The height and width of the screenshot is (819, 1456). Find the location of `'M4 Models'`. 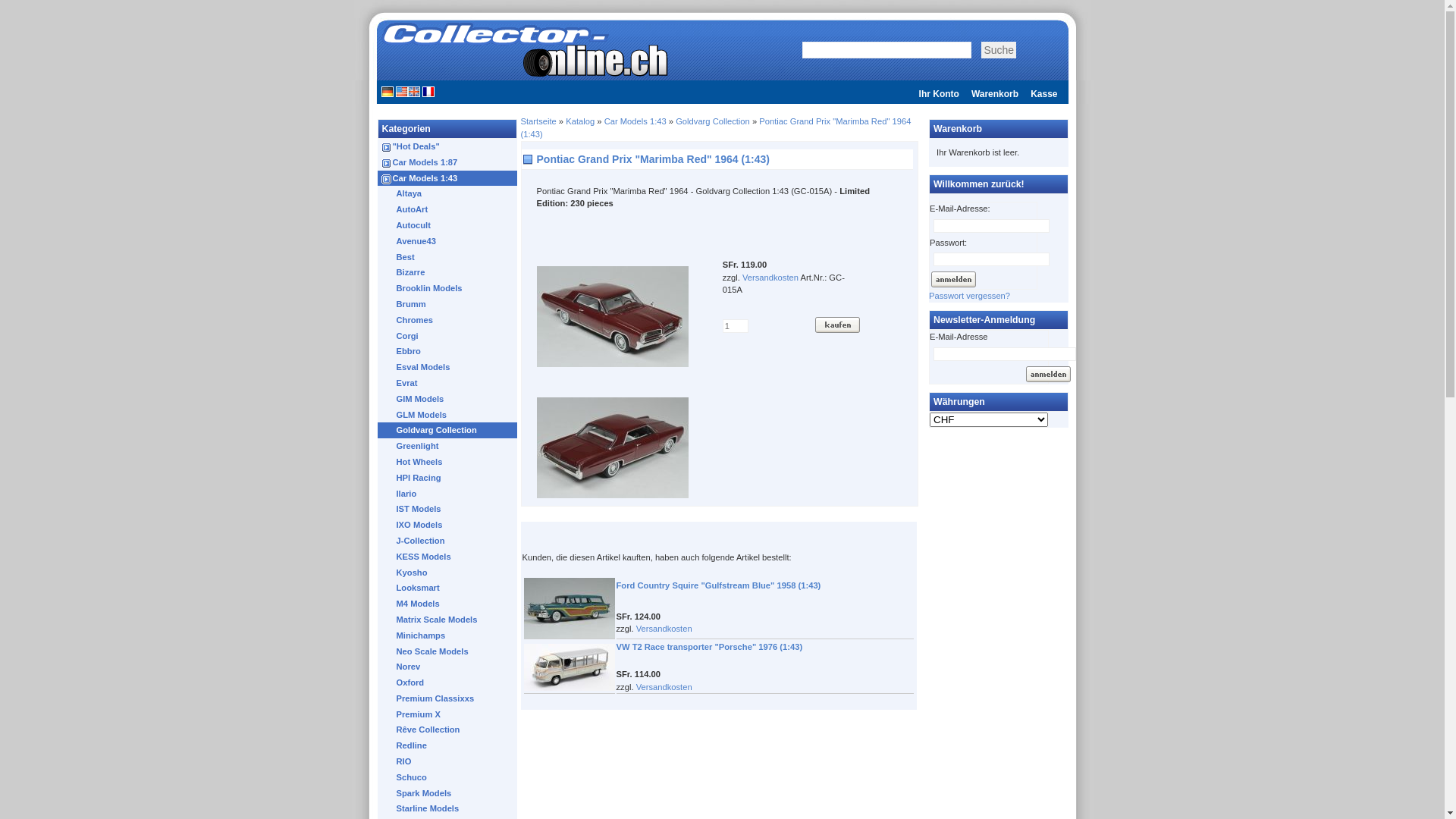

'M4 Models' is located at coordinates (449, 603).